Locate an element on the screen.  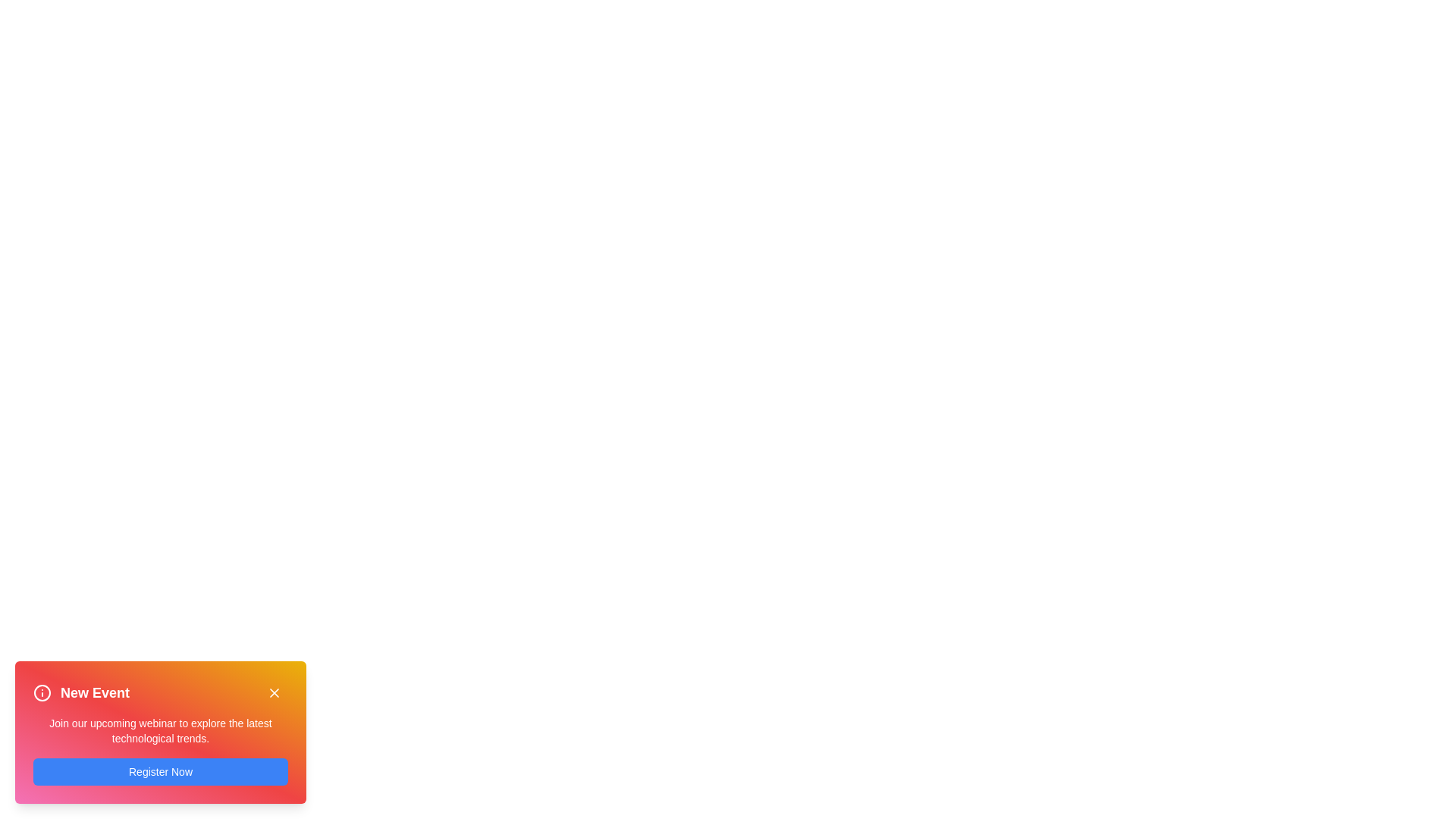
close button on the snackbar to dismiss it is located at coordinates (274, 693).